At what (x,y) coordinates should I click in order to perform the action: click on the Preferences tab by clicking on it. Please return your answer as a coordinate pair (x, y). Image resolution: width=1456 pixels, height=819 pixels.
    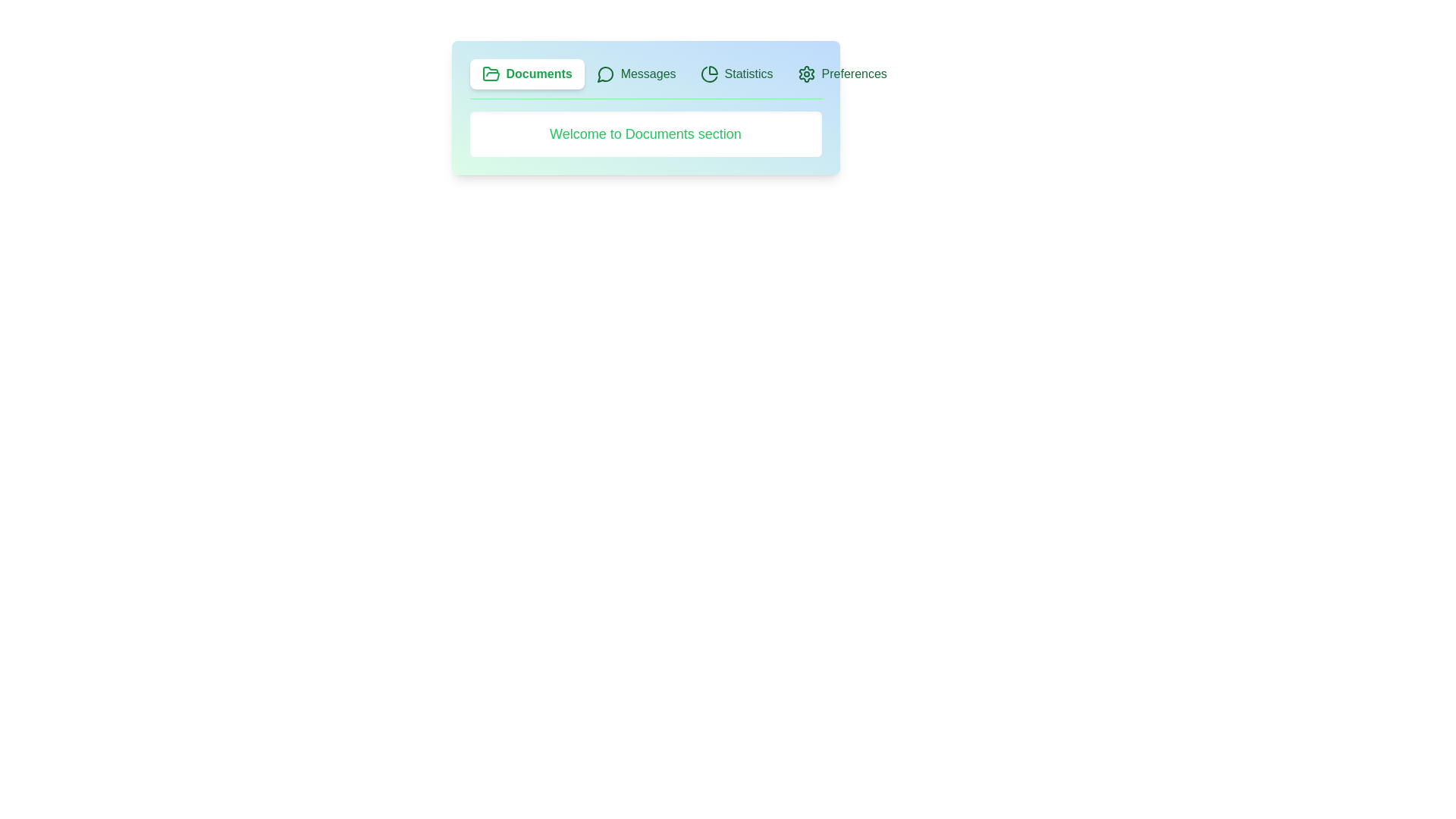
    Looking at the image, I should click on (841, 74).